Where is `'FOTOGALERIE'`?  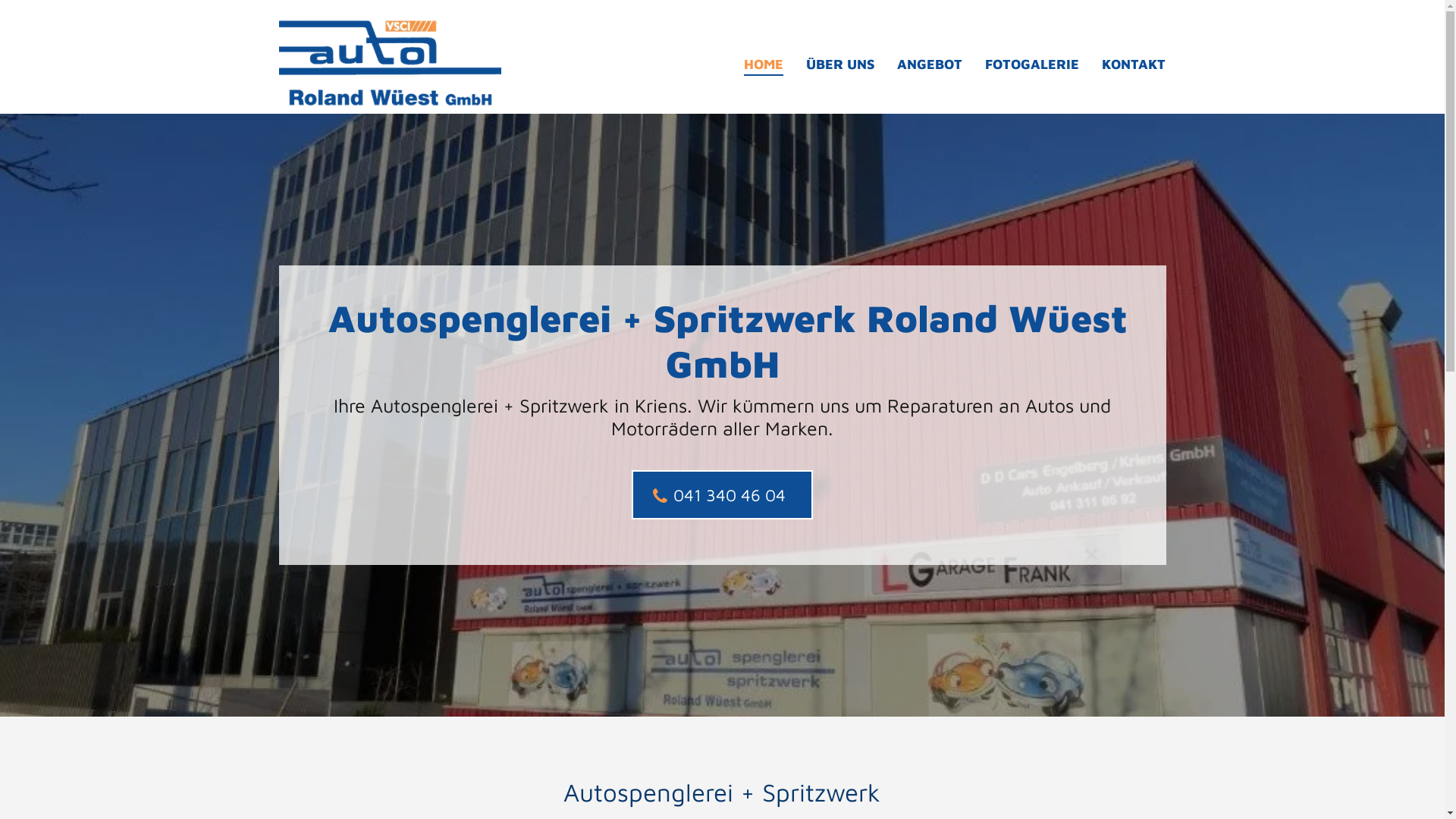 'FOTOGALERIE' is located at coordinates (985, 60).